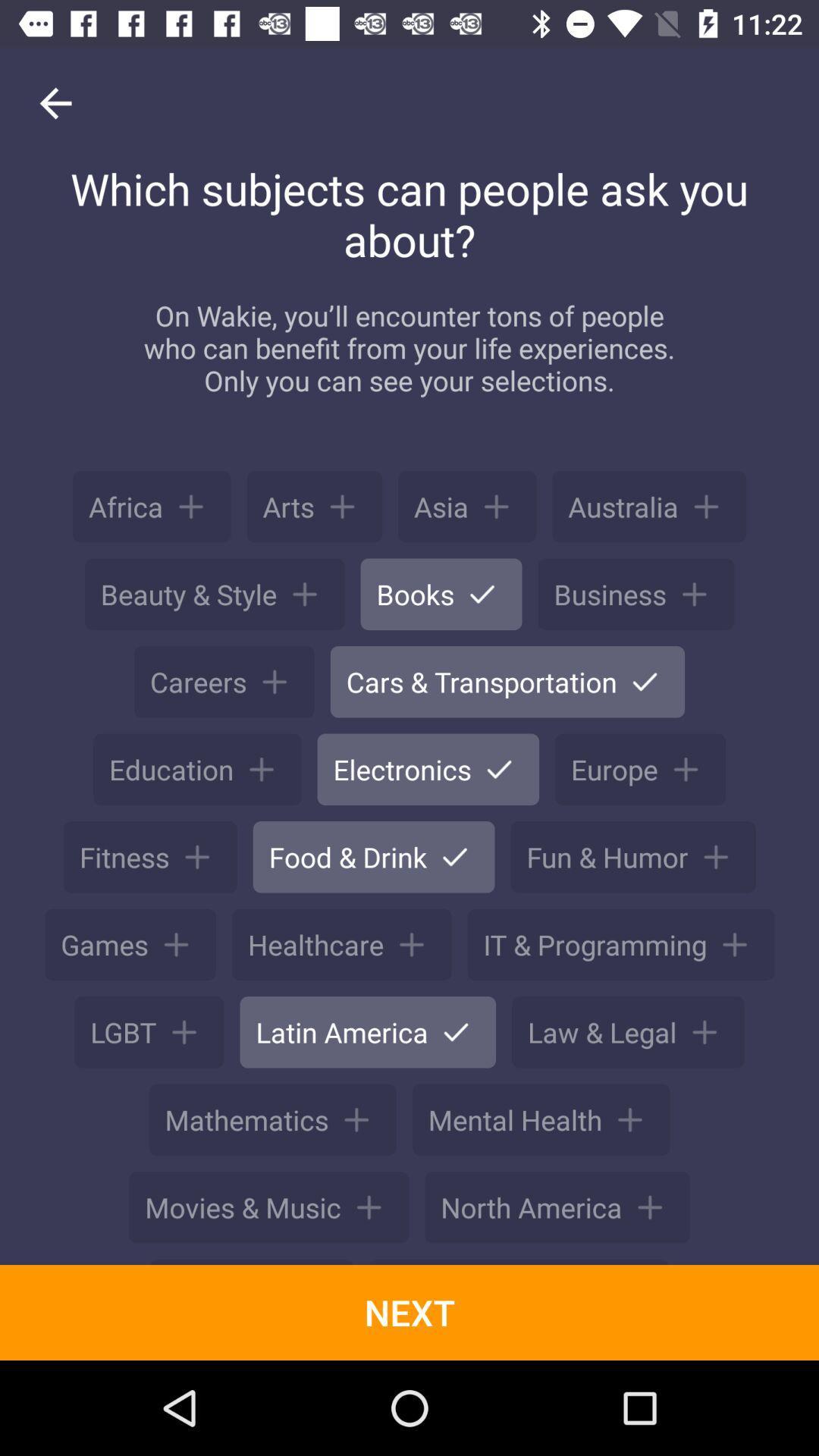 Image resolution: width=819 pixels, height=1456 pixels. What do you see at coordinates (557, 1207) in the screenshot?
I see `north america` at bounding box center [557, 1207].